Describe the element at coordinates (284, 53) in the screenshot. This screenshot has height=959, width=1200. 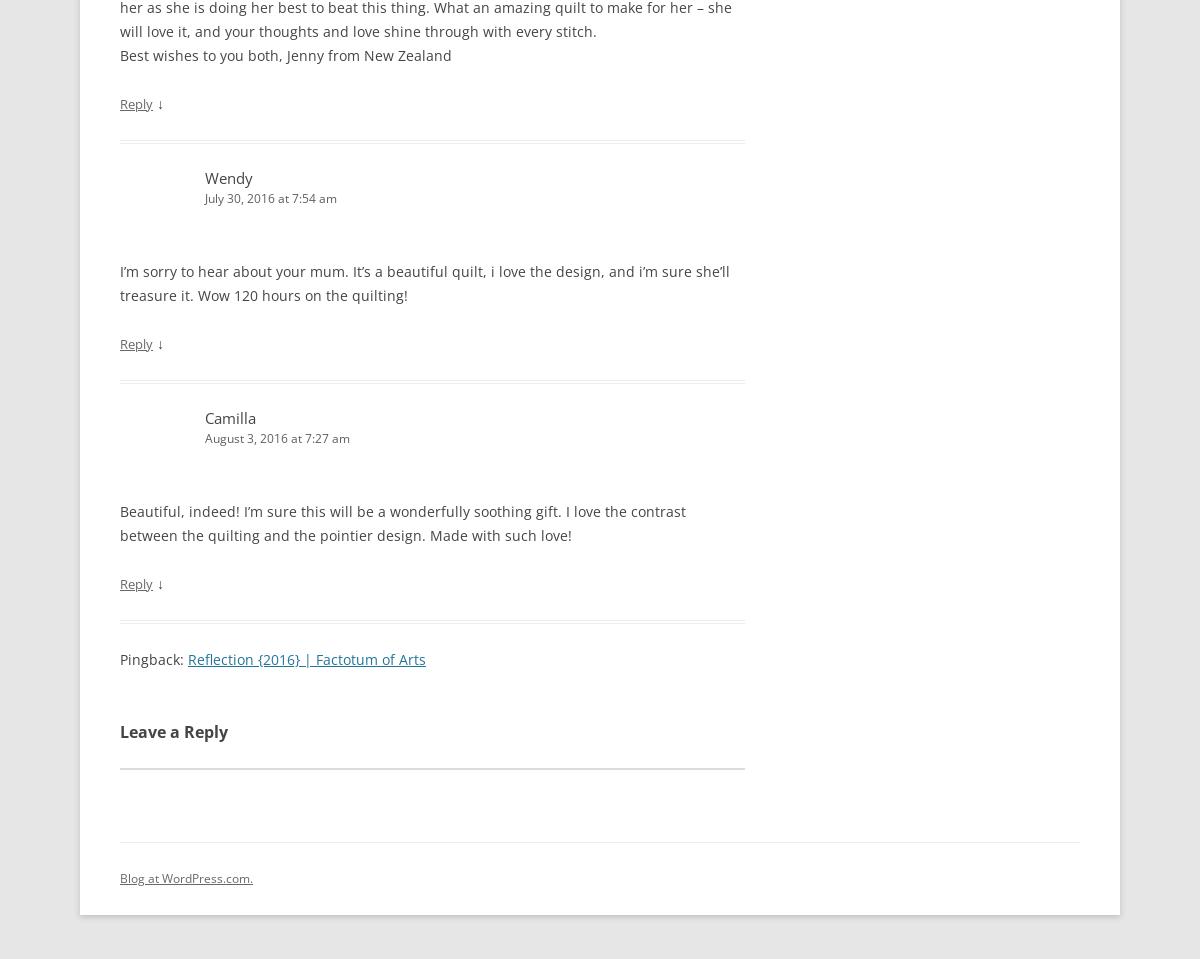
I see `'Best wishes to you both, Jenny from New Zealand'` at that location.